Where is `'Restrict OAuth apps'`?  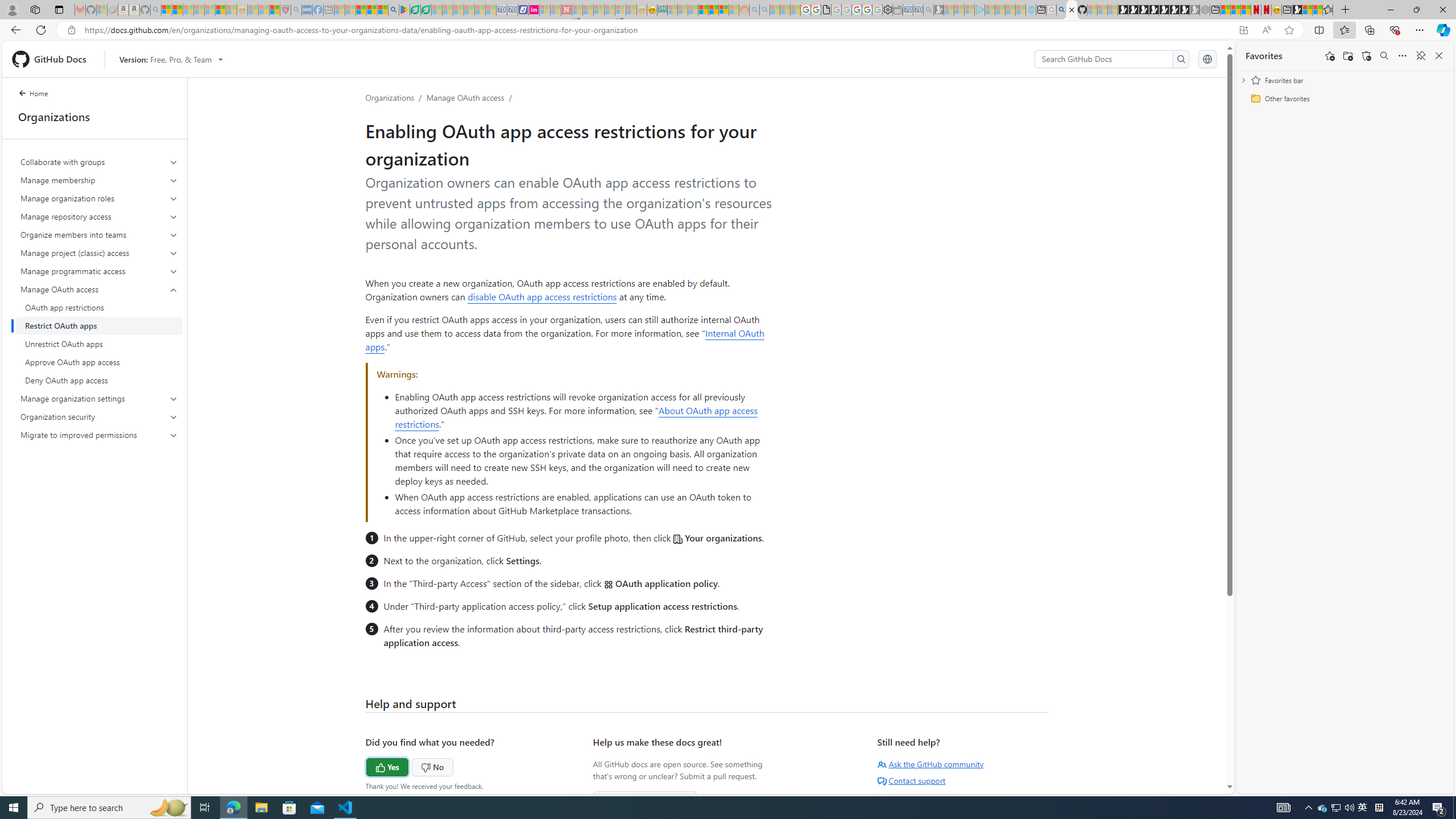 'Restrict OAuth apps' is located at coordinates (99, 325).